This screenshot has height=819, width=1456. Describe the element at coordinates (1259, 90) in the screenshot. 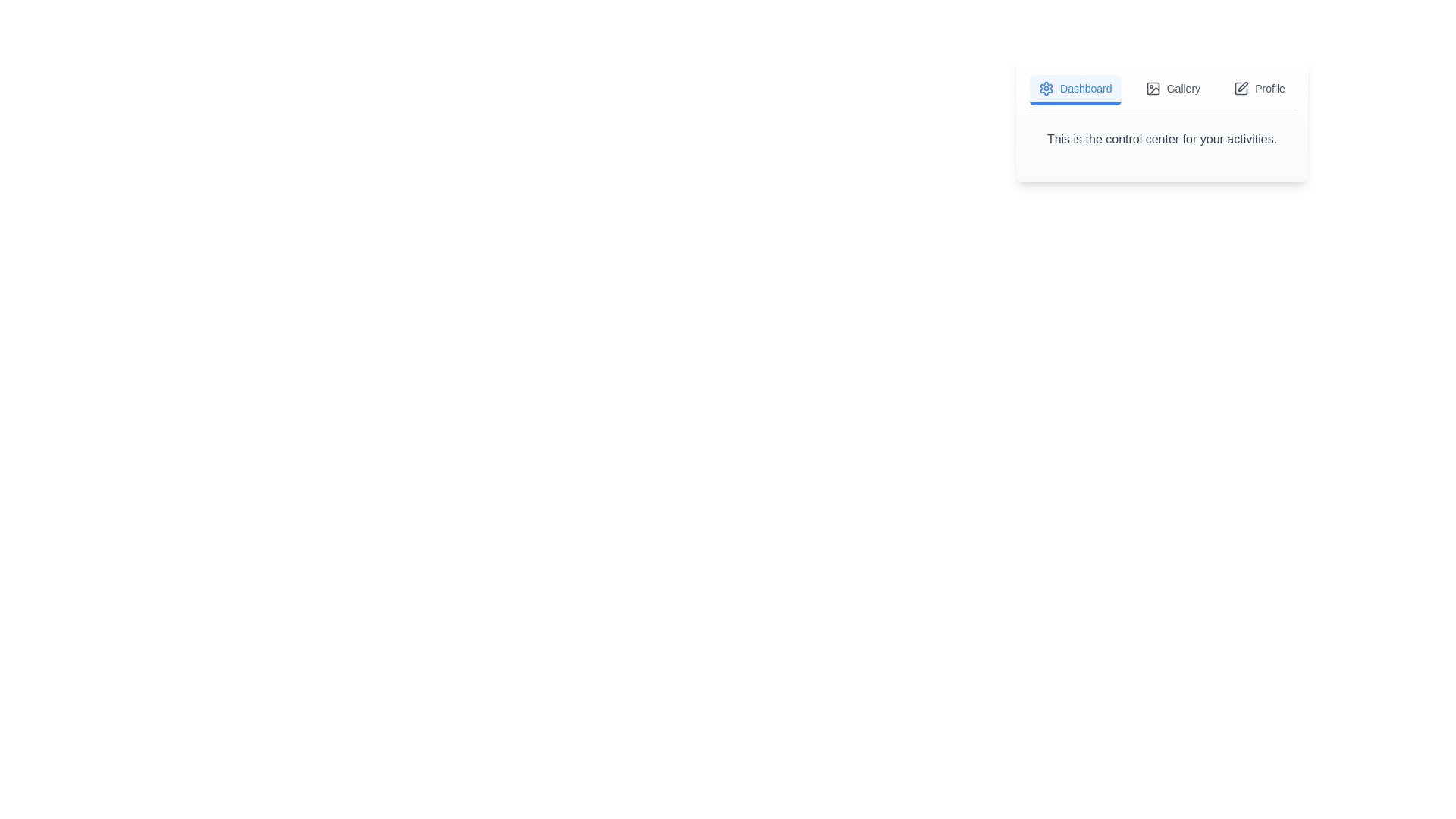

I see `the Profile tab` at that location.